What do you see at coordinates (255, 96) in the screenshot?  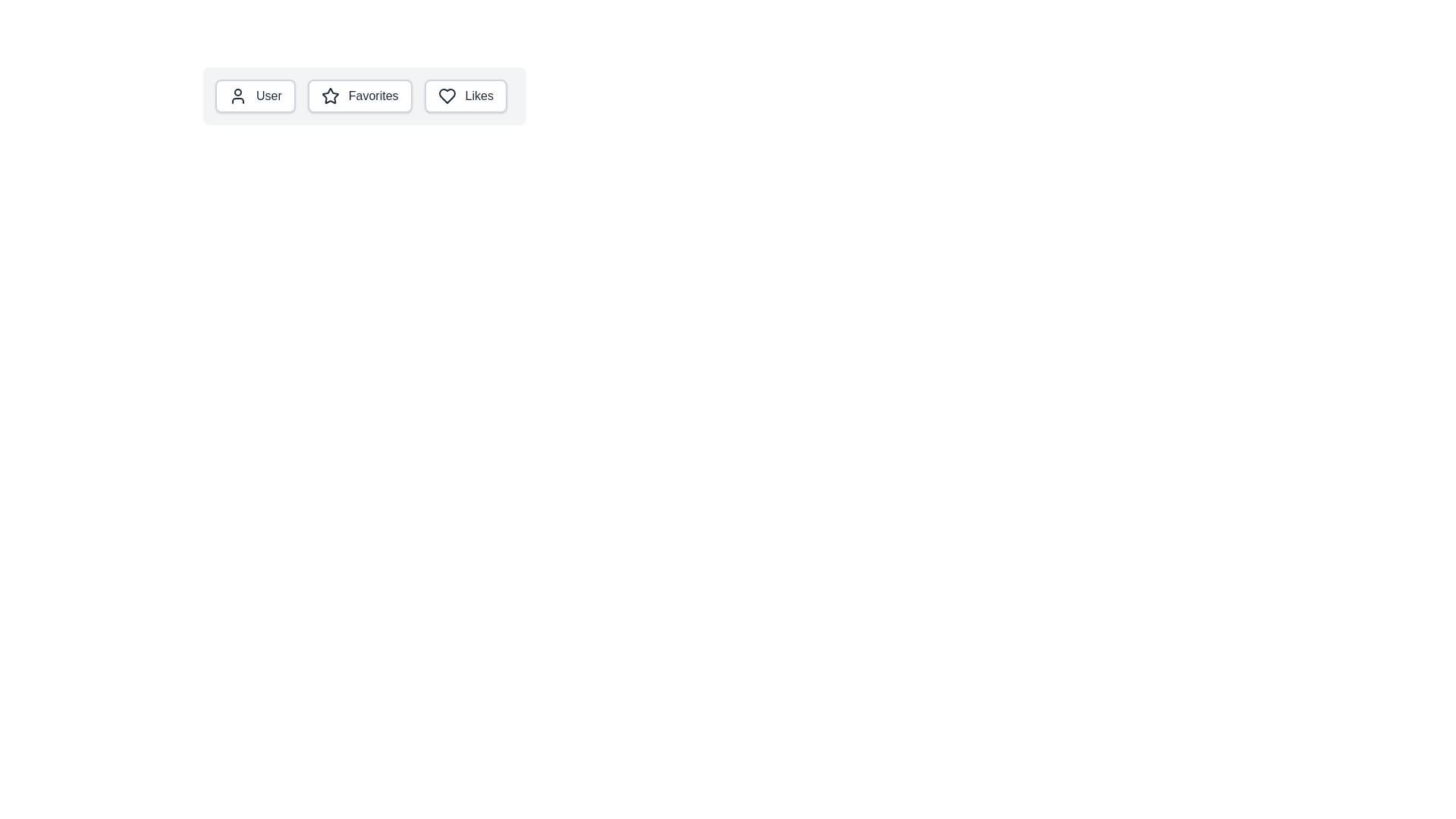 I see `the User chip to view its hover effects` at bounding box center [255, 96].